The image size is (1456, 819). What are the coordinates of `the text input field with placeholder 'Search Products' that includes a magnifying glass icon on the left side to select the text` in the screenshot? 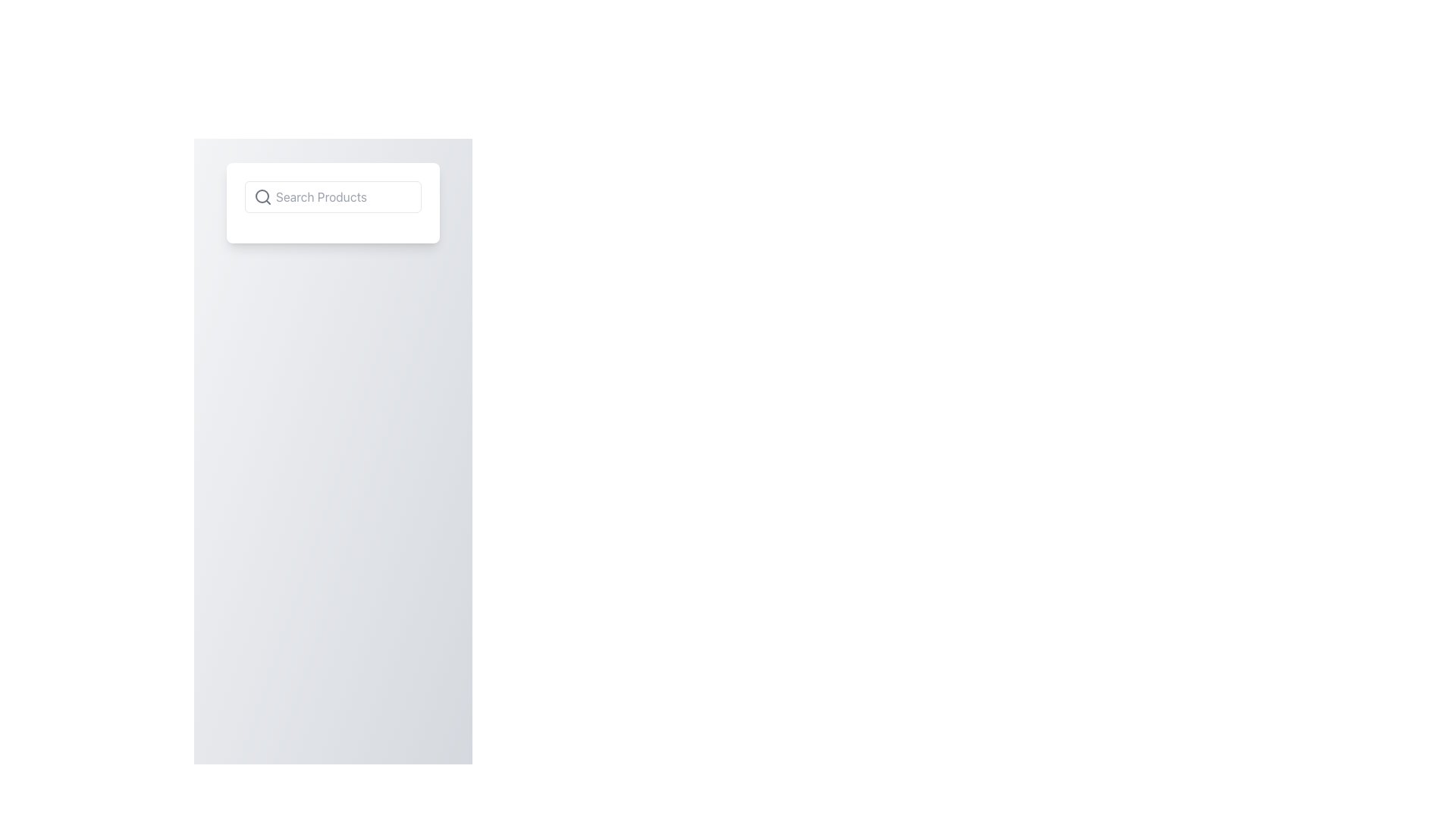 It's located at (332, 196).